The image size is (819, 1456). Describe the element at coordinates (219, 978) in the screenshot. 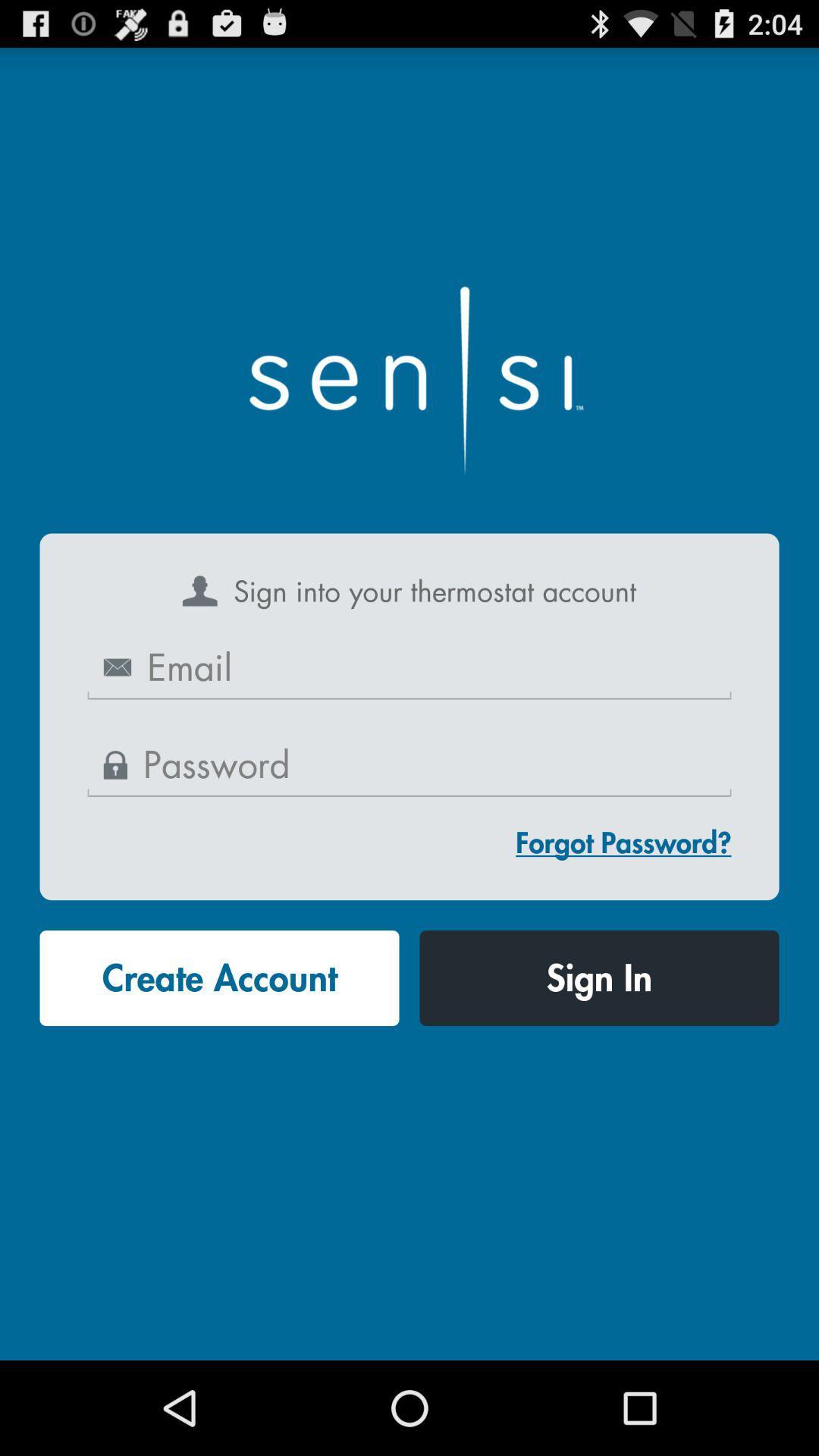

I see `the create account button` at that location.